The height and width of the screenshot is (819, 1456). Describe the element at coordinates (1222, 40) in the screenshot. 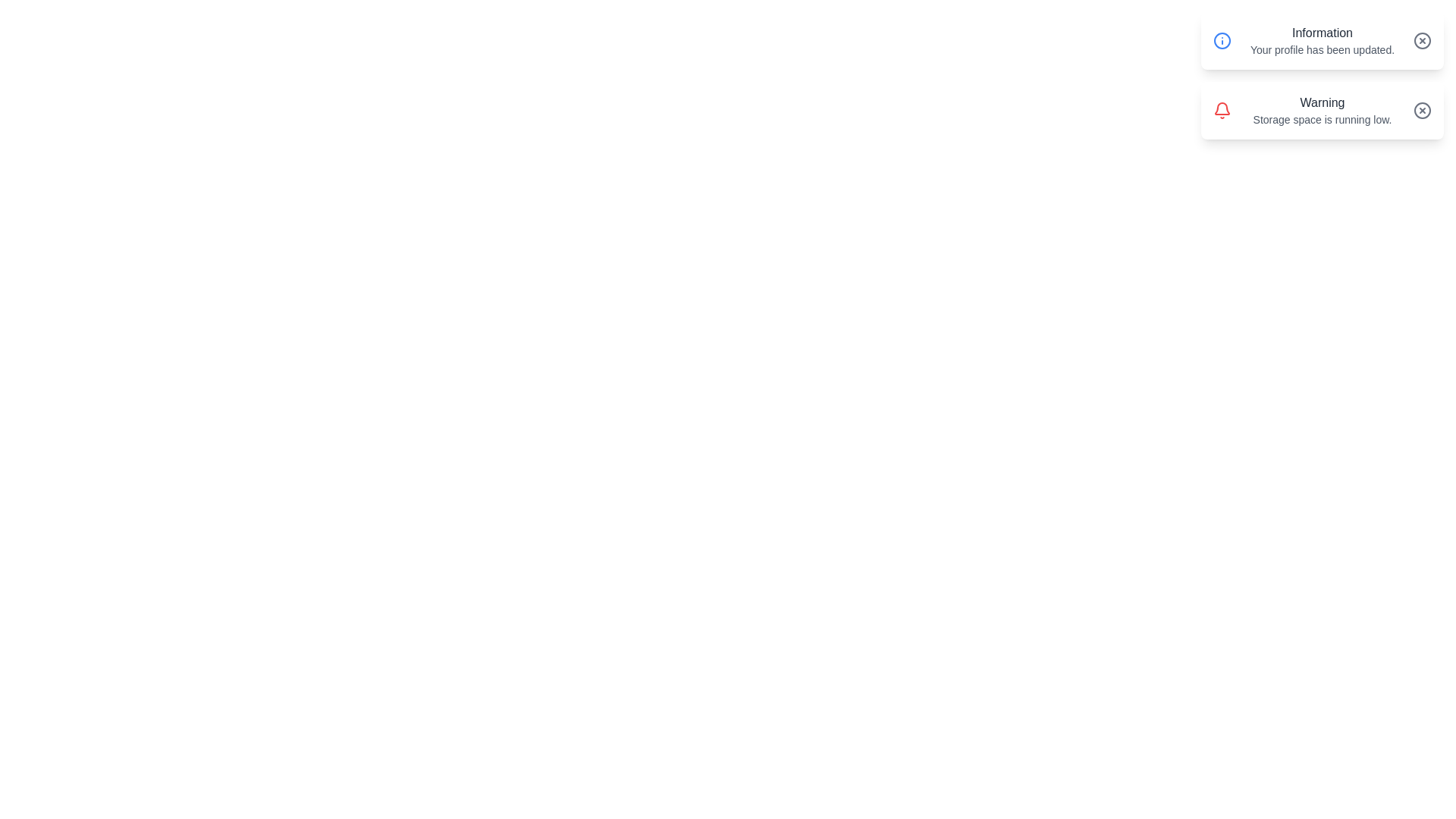

I see `the blue circular outline SVG Circle located in the top-right section of the interface, specifically the leftmost element of the upper notification entry labeled 'Information'` at that location.